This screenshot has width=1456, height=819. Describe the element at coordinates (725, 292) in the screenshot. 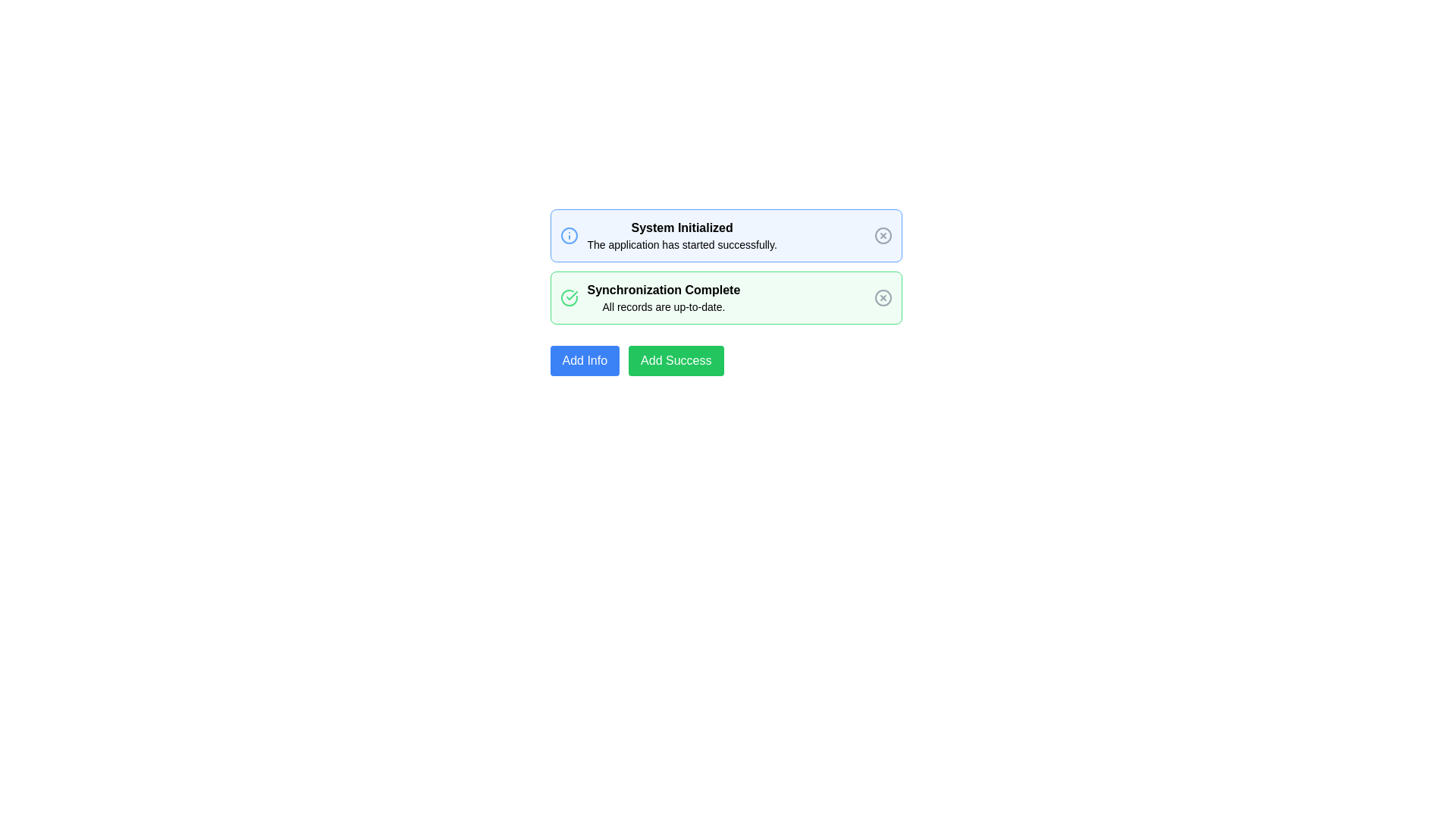

I see `messages displayed in the Notification panel that indicates system initialization and synchronization completion` at that location.